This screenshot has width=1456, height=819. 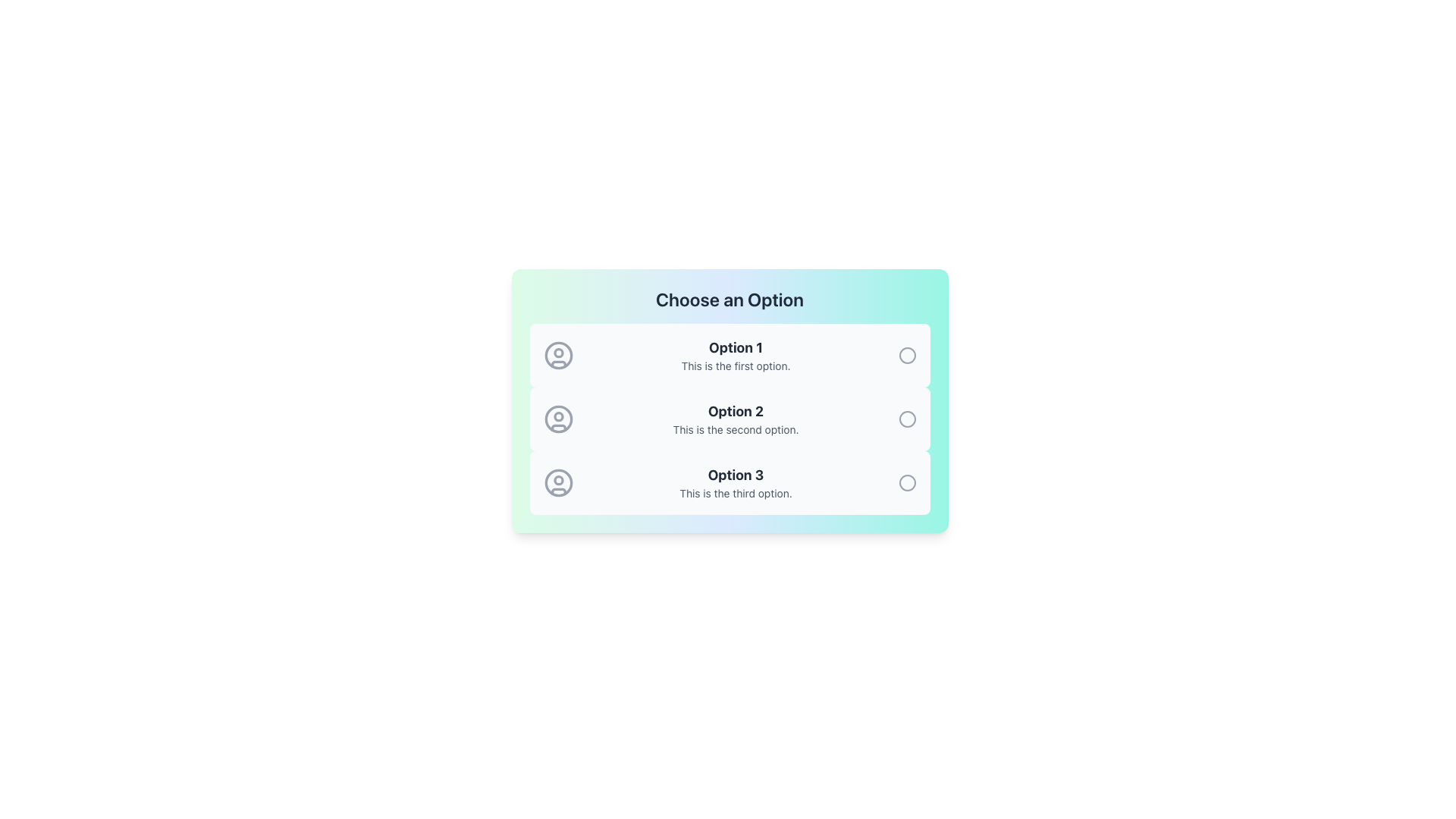 What do you see at coordinates (557, 419) in the screenshot?
I see `the circular user icon in gray color with a silhouette of a person, located on the left side of the interactive card labeled 'Option 2'` at bounding box center [557, 419].